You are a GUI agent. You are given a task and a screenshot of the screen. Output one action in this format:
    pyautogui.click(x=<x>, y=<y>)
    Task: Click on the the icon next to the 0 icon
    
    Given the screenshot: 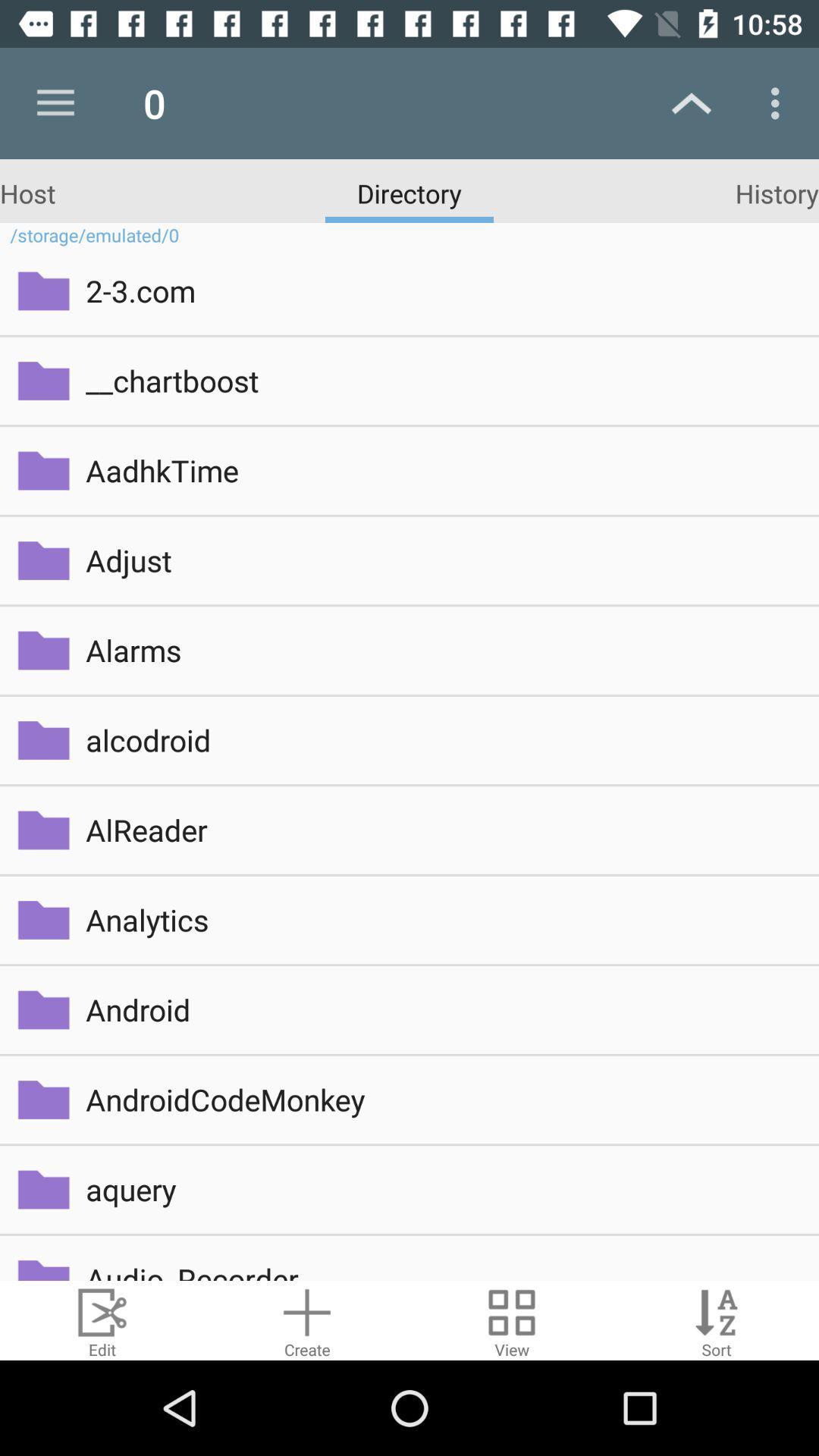 What is the action you would take?
    pyautogui.click(x=55, y=102)
    